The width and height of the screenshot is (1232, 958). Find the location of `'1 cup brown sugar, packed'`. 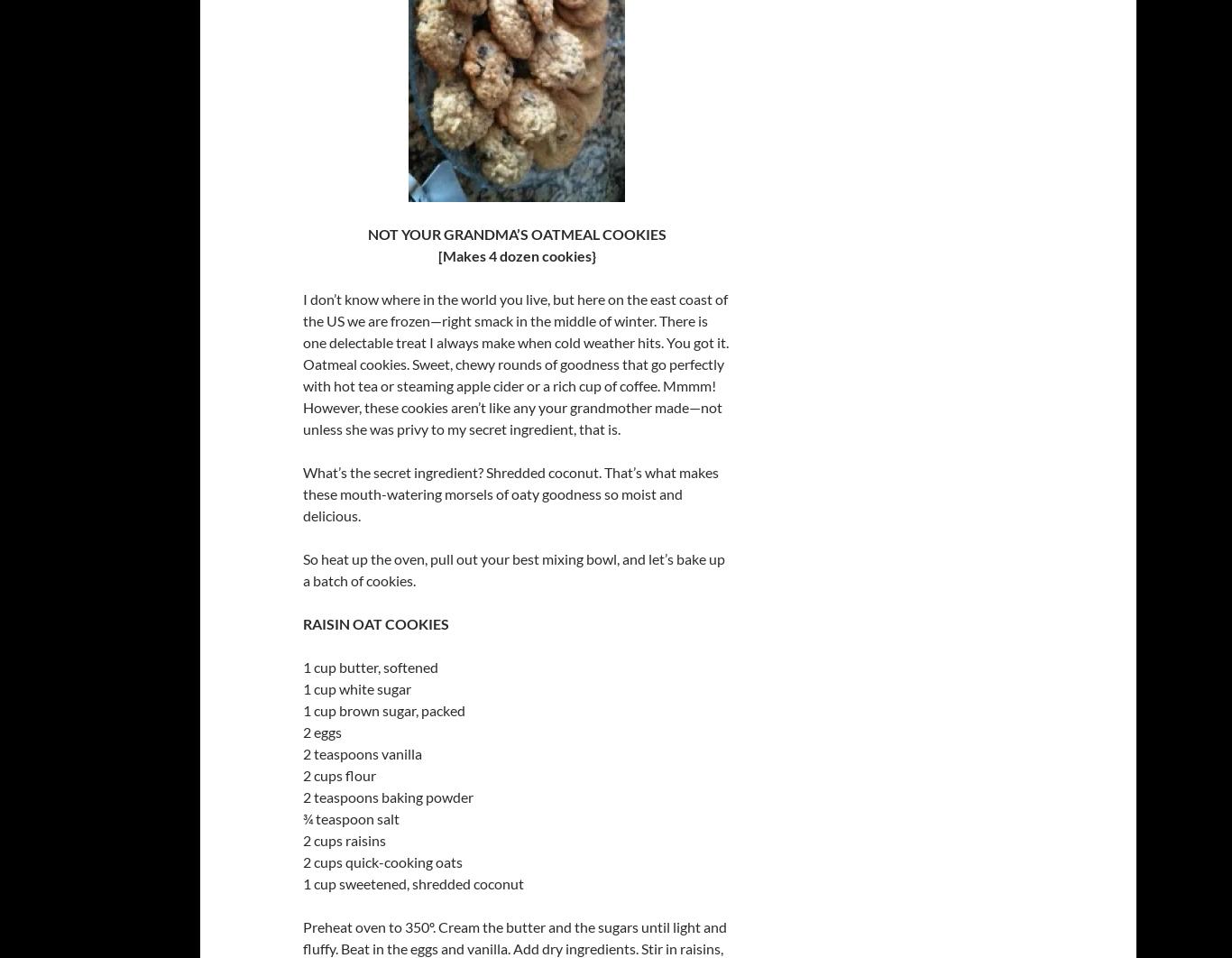

'1 cup brown sugar, packed' is located at coordinates (303, 710).